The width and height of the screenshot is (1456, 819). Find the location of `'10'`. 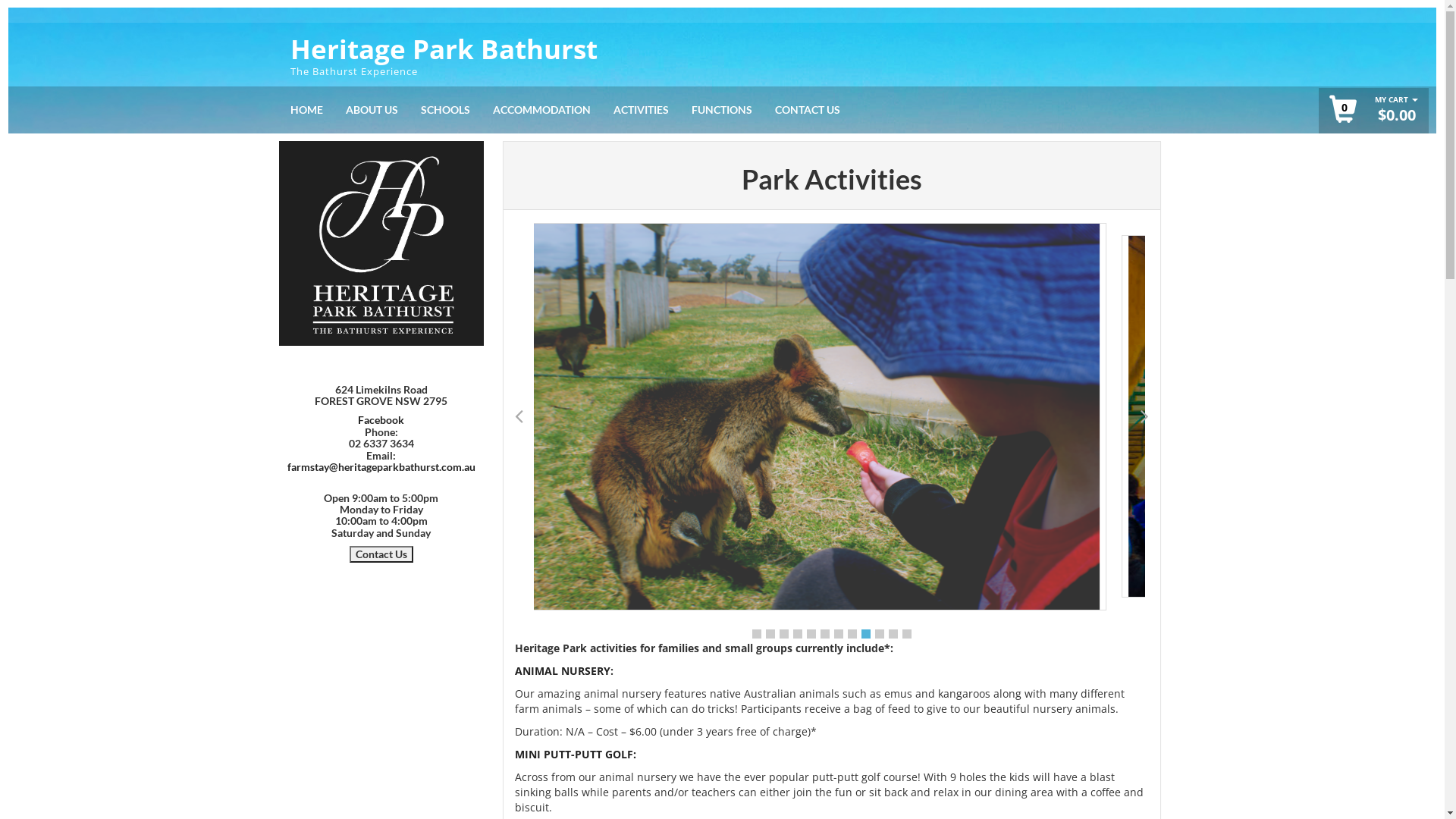

'10' is located at coordinates (880, 634).